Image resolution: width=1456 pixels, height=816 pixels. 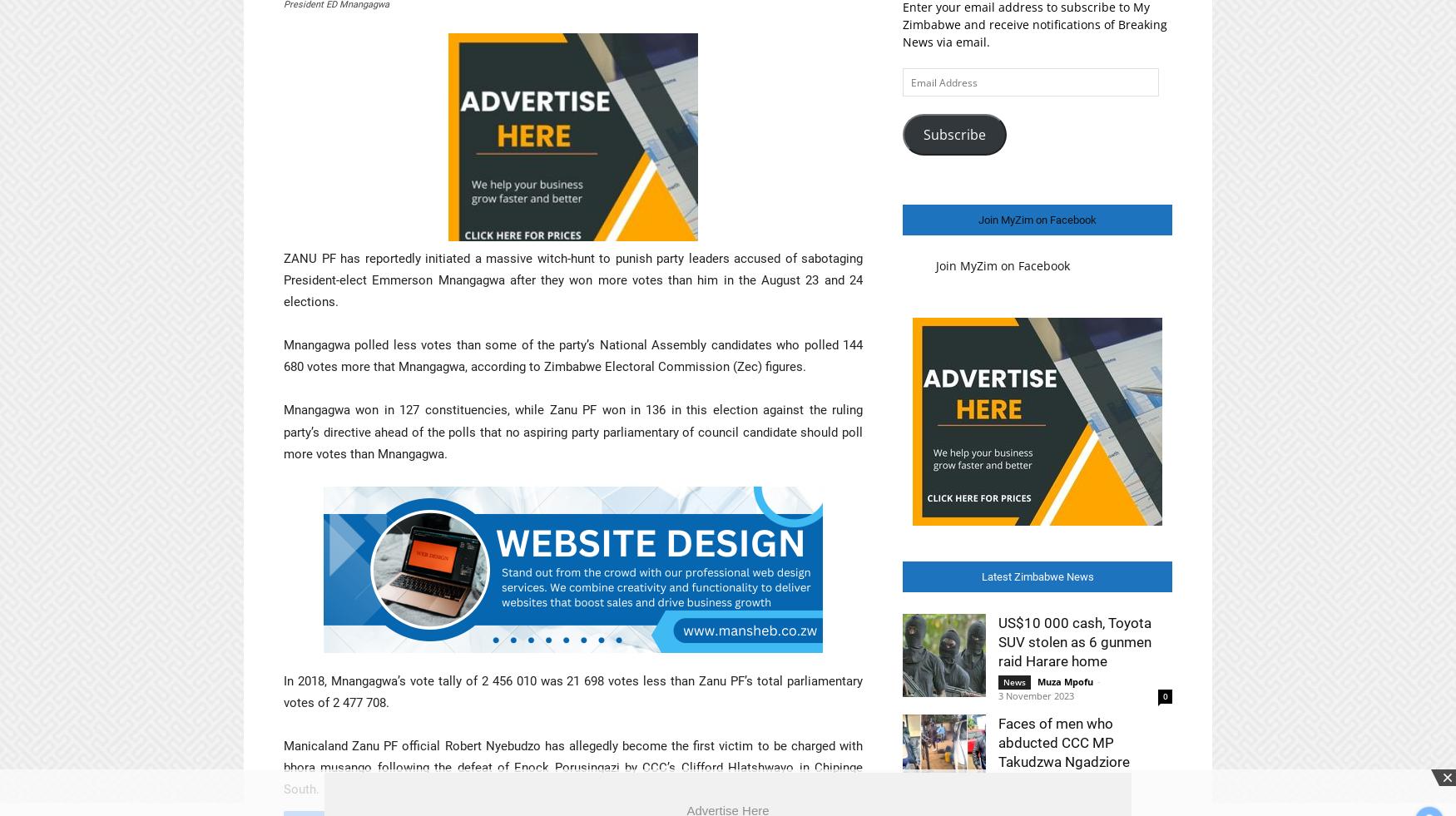 What do you see at coordinates (572, 691) in the screenshot?
I see `'In 2018, Mnangagwa’s vote tally of 2 456 010 was 21 698 votes less than Zanu PF’s total parliamentary votes of 2 477 708.'` at bounding box center [572, 691].